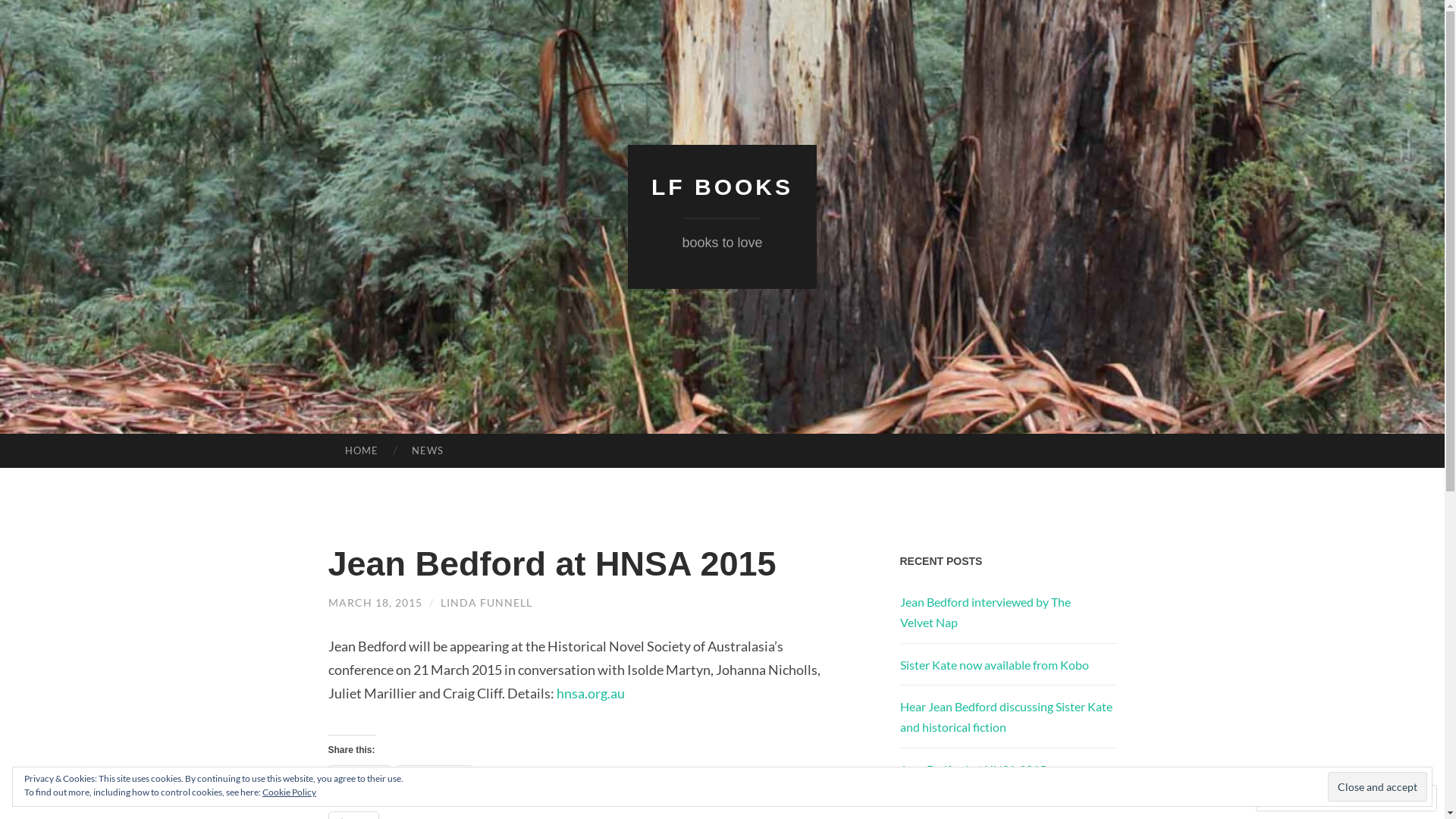  I want to click on 'Follow', so click(1373, 797).